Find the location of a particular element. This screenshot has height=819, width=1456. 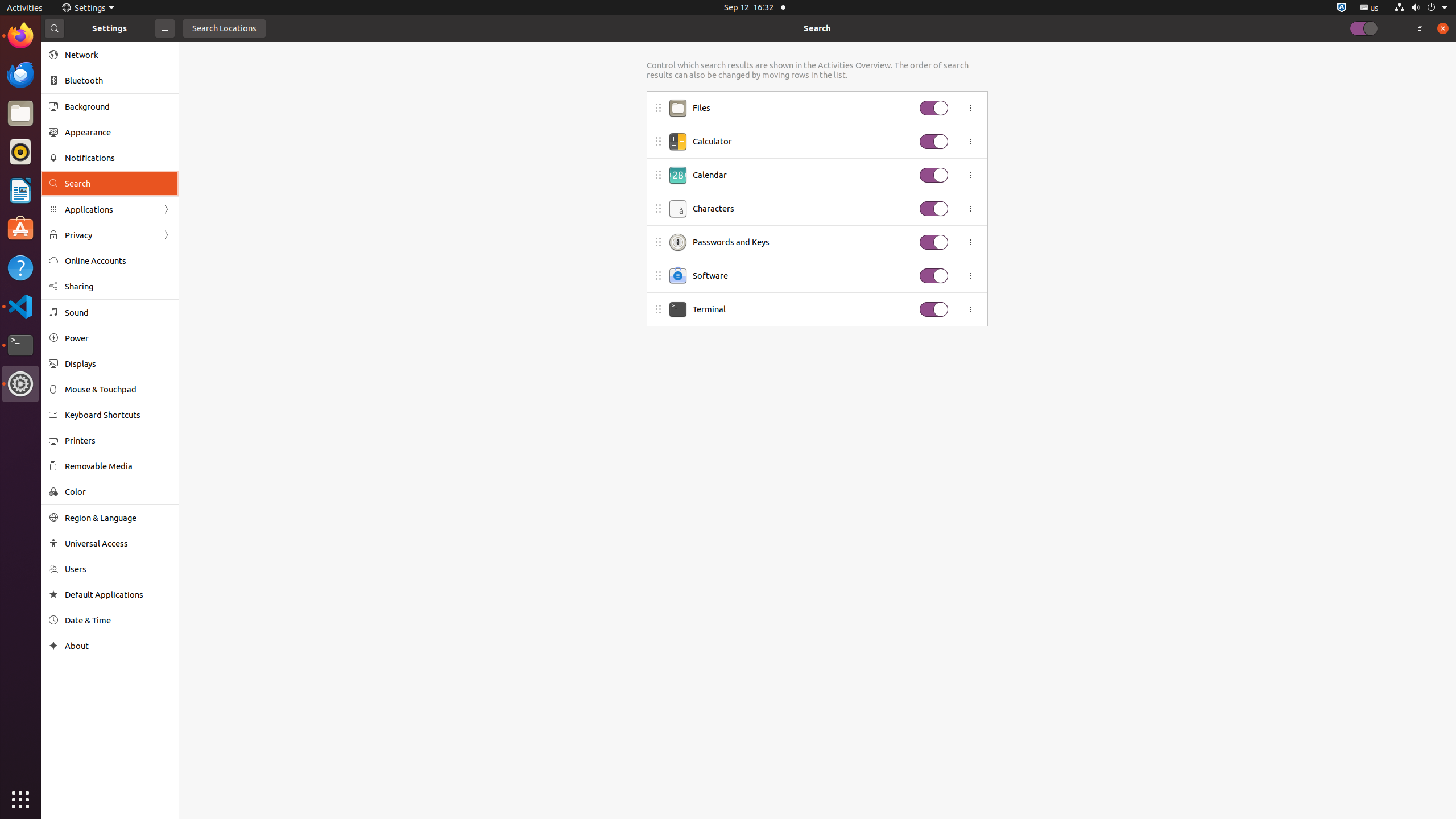

'Forward' is located at coordinates (166, 235).